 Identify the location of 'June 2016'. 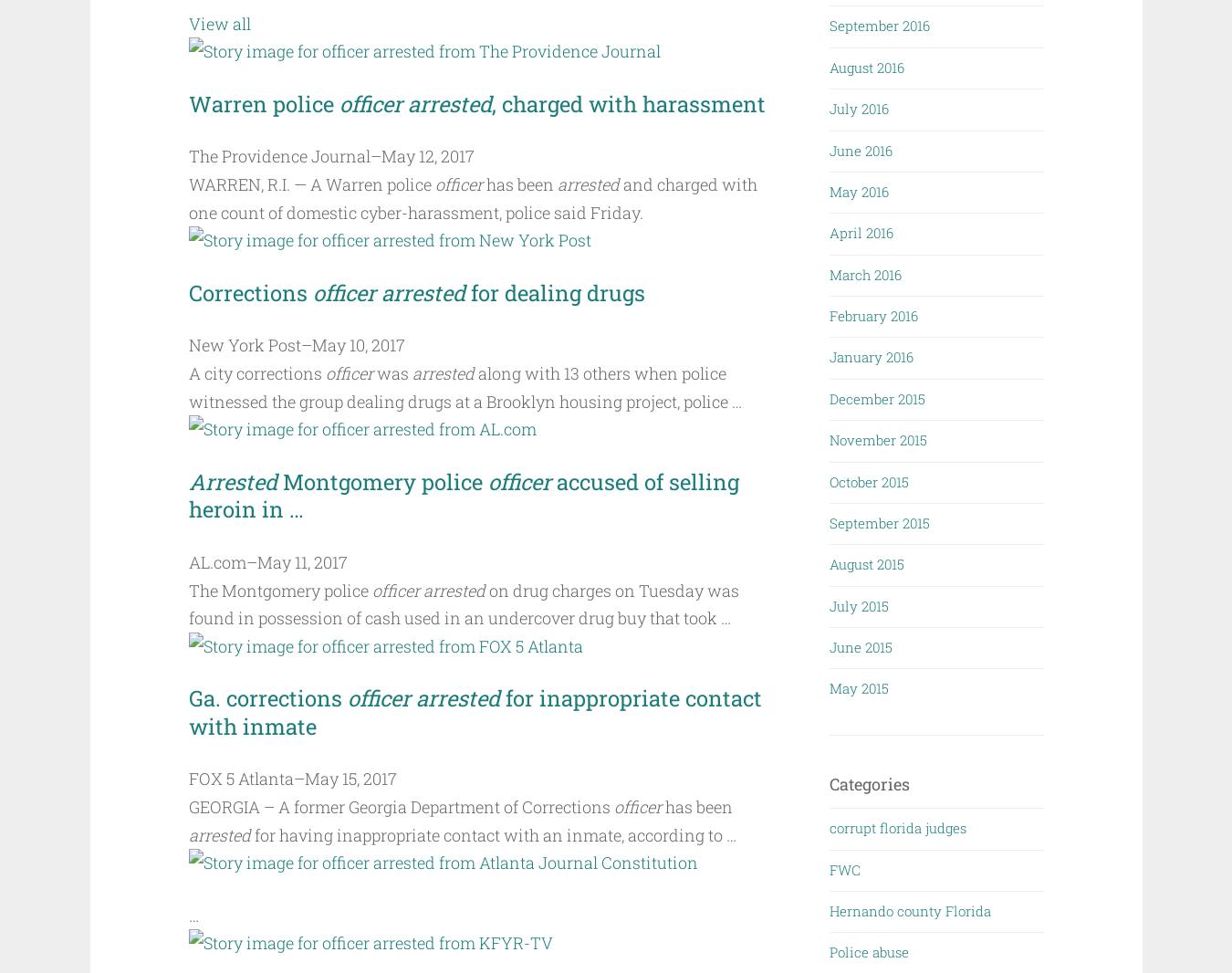
(860, 148).